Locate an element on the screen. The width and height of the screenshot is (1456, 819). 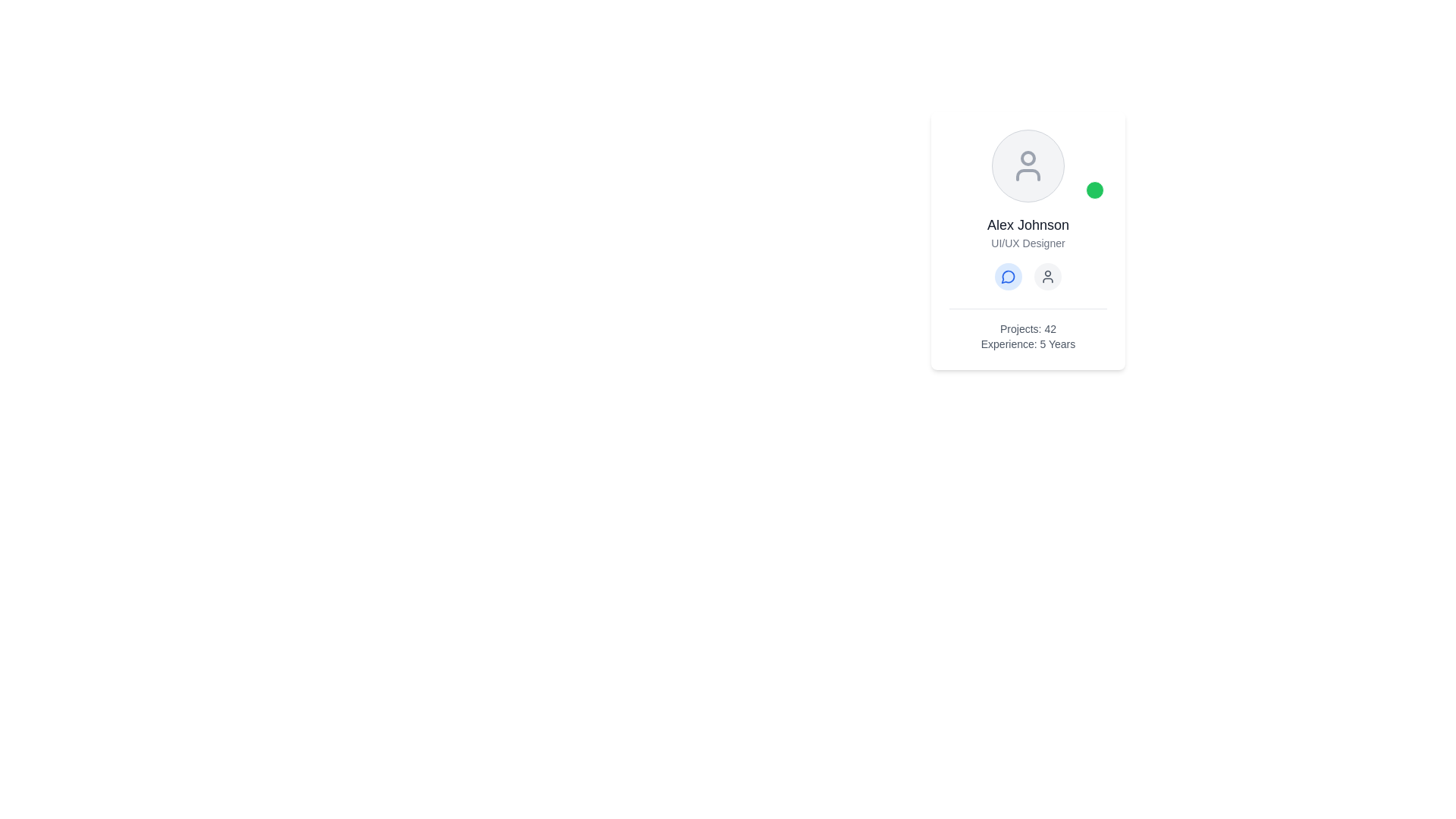
information displayed on the text label that provides the number of projects and years of experience, located at the bottom of the profile card is located at coordinates (1028, 329).